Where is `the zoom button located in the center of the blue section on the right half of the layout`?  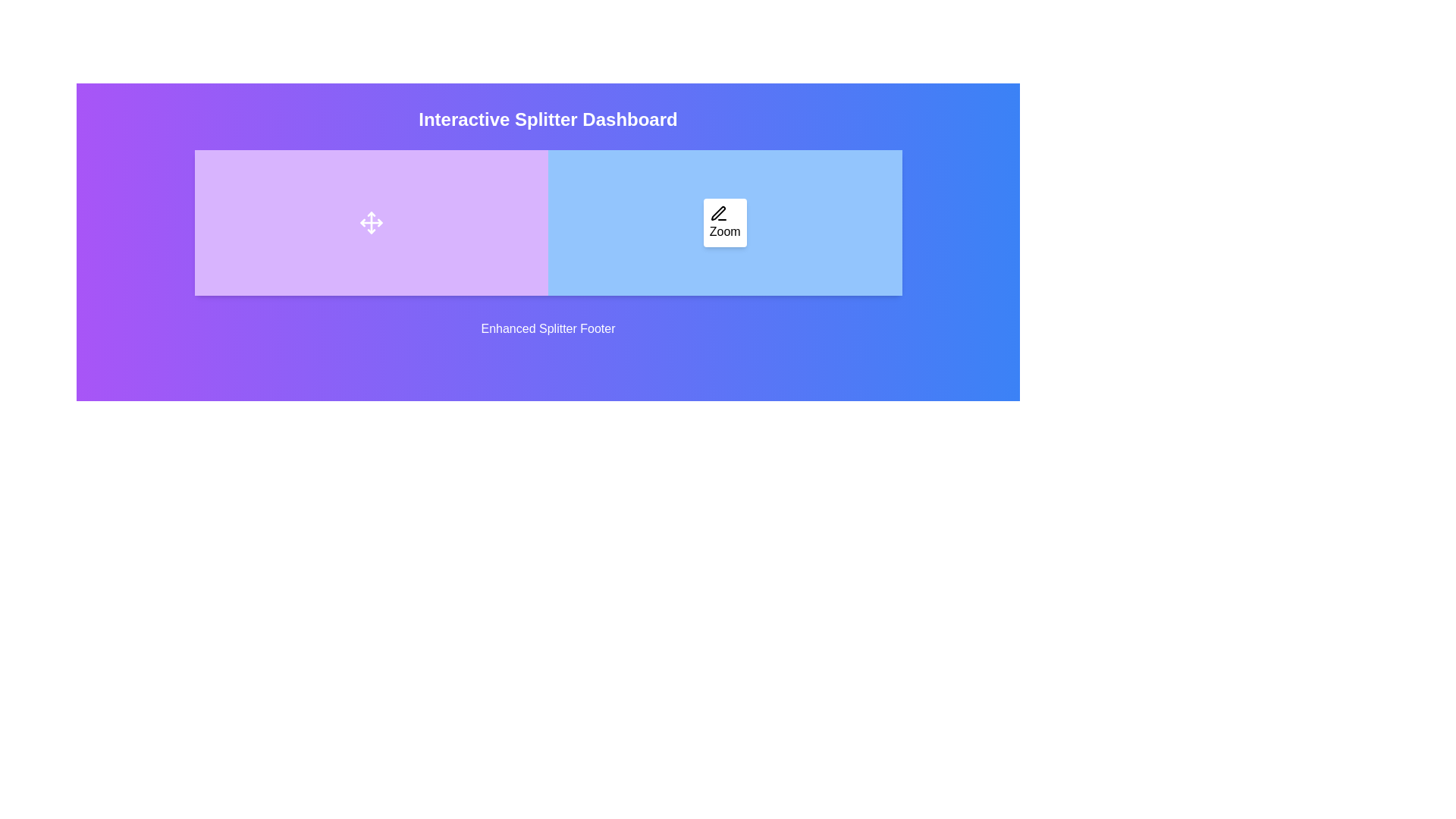
the zoom button located in the center of the blue section on the right half of the layout is located at coordinates (724, 222).